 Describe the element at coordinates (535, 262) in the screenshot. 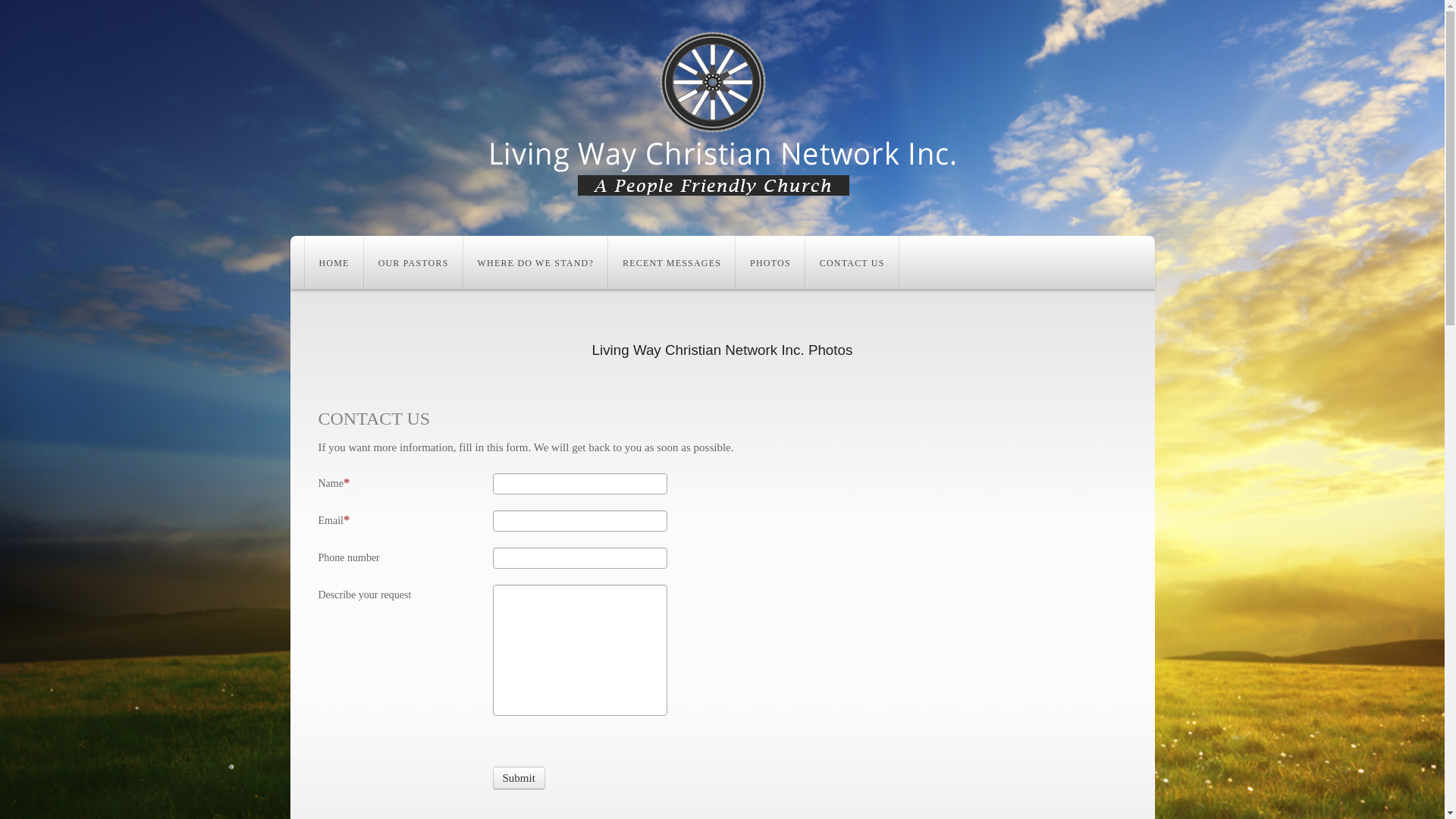

I see `'WHERE DO WE STAND?'` at that location.